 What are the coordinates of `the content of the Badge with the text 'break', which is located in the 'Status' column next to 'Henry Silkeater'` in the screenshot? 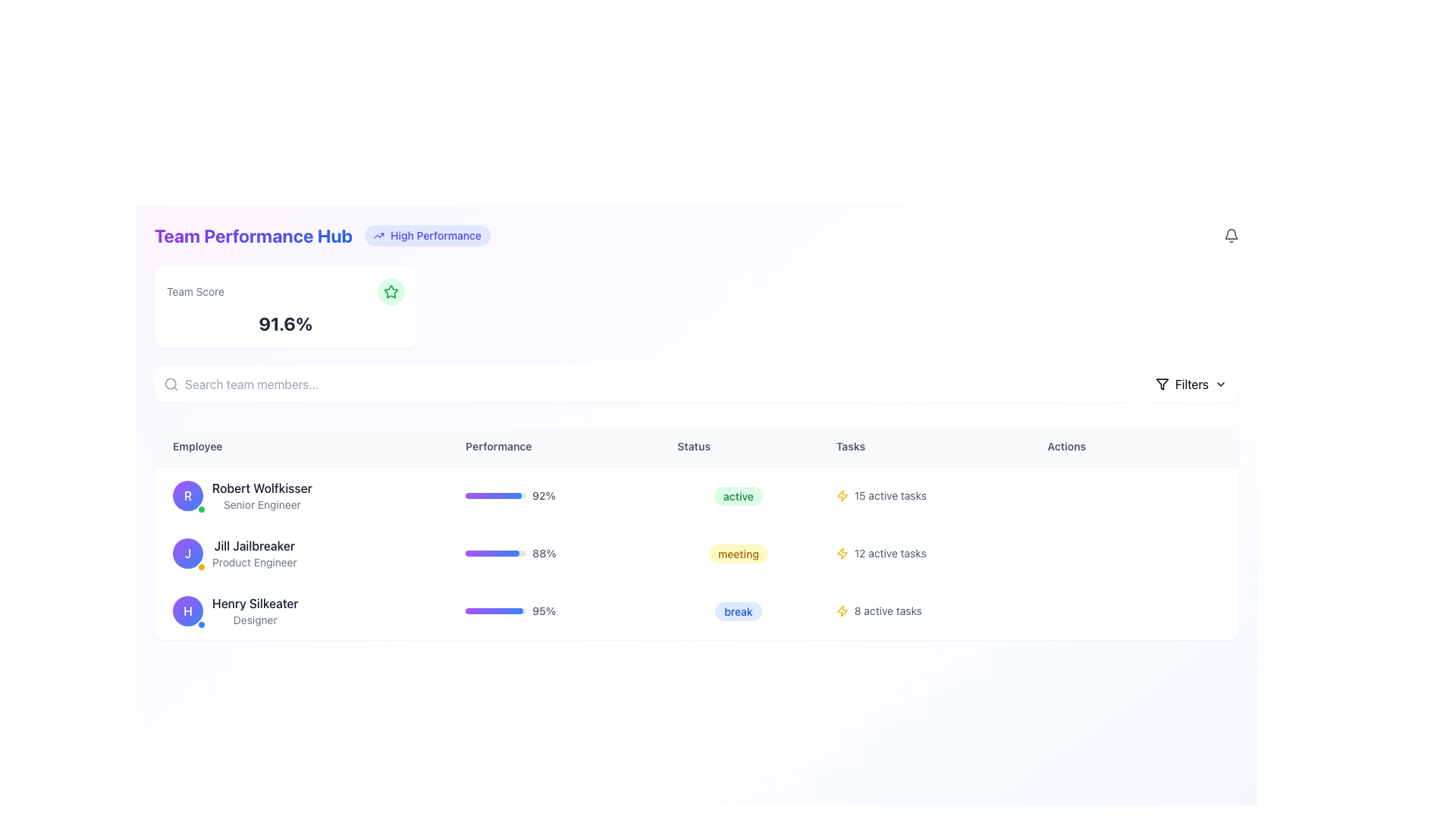 It's located at (739, 610).